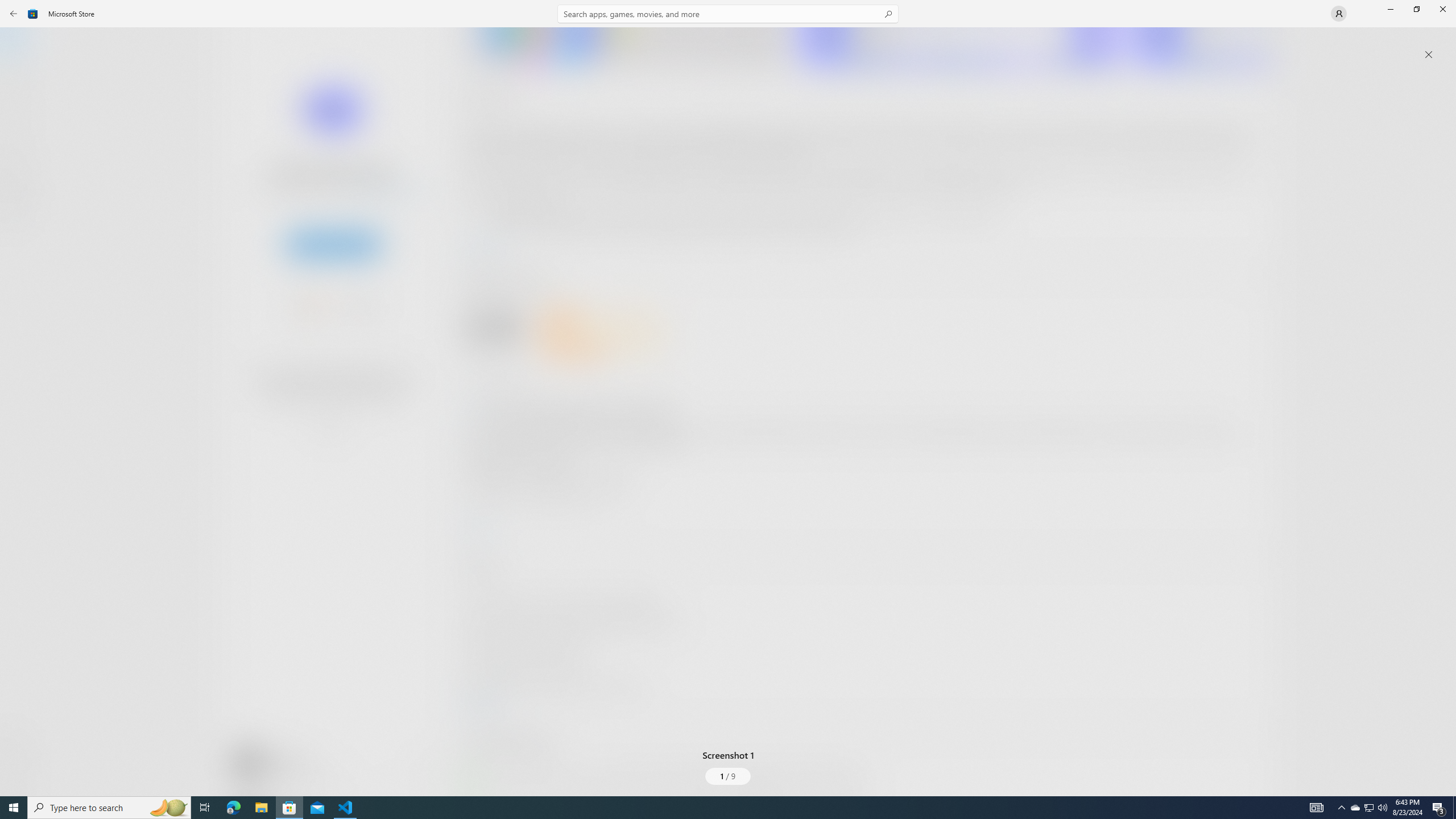 Image resolution: width=1456 pixels, height=819 pixels. What do you see at coordinates (728, 403) in the screenshot?
I see `'Screenshot 1'` at bounding box center [728, 403].